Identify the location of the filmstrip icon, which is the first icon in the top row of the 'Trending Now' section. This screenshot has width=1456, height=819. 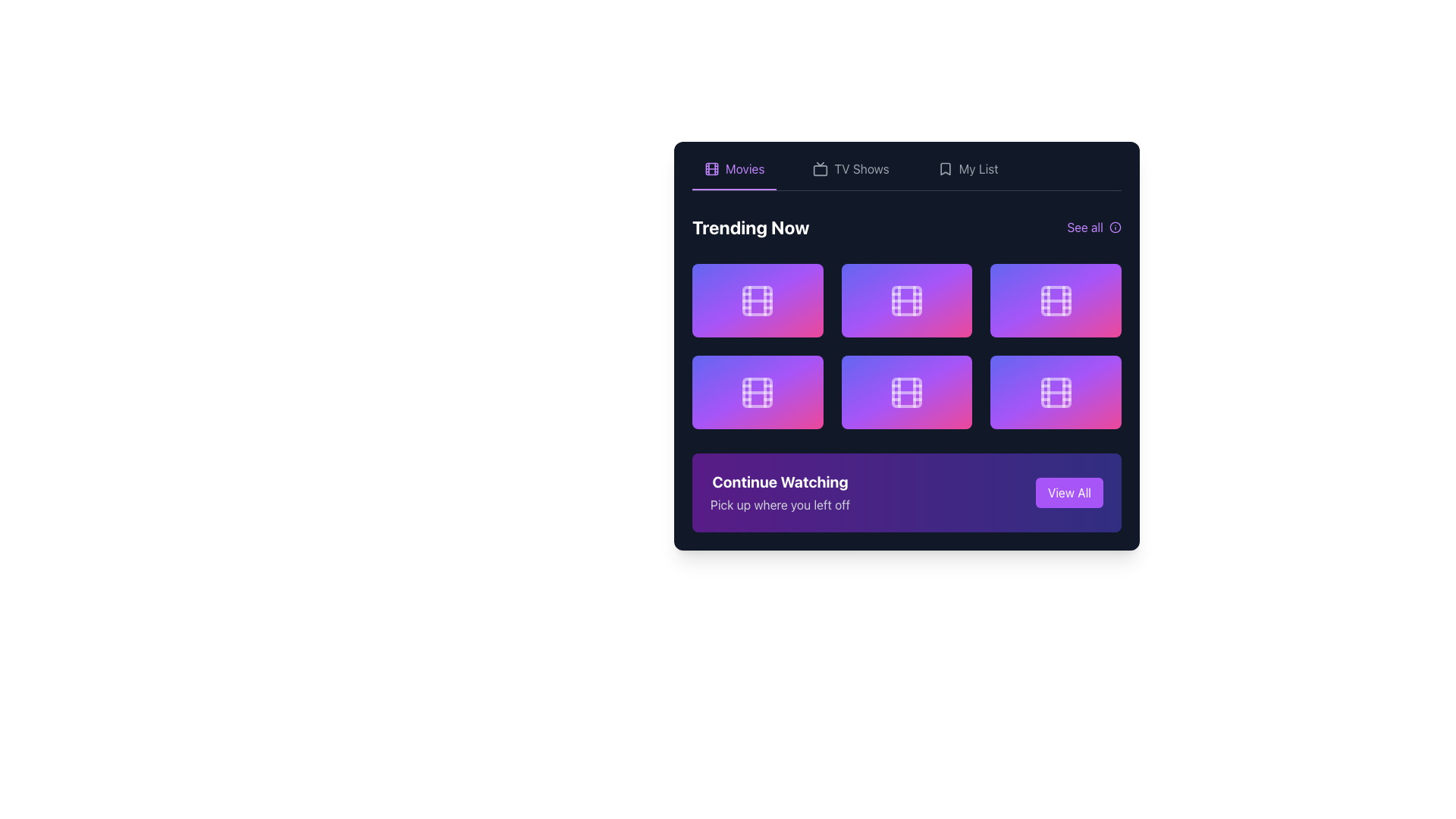
(758, 300).